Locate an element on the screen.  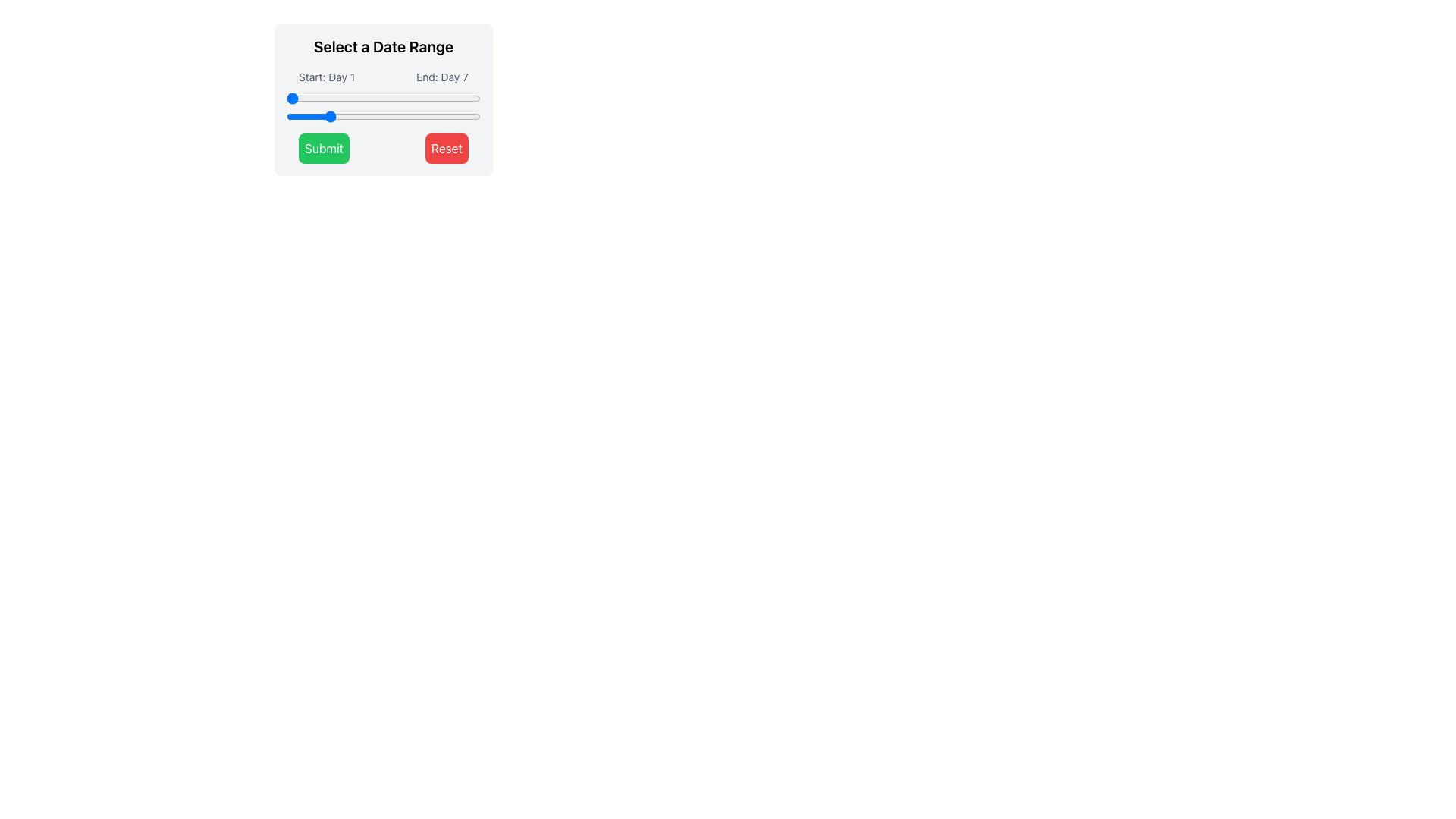
the first submission button located near the bottom of the date range selection interface is located at coordinates (323, 149).